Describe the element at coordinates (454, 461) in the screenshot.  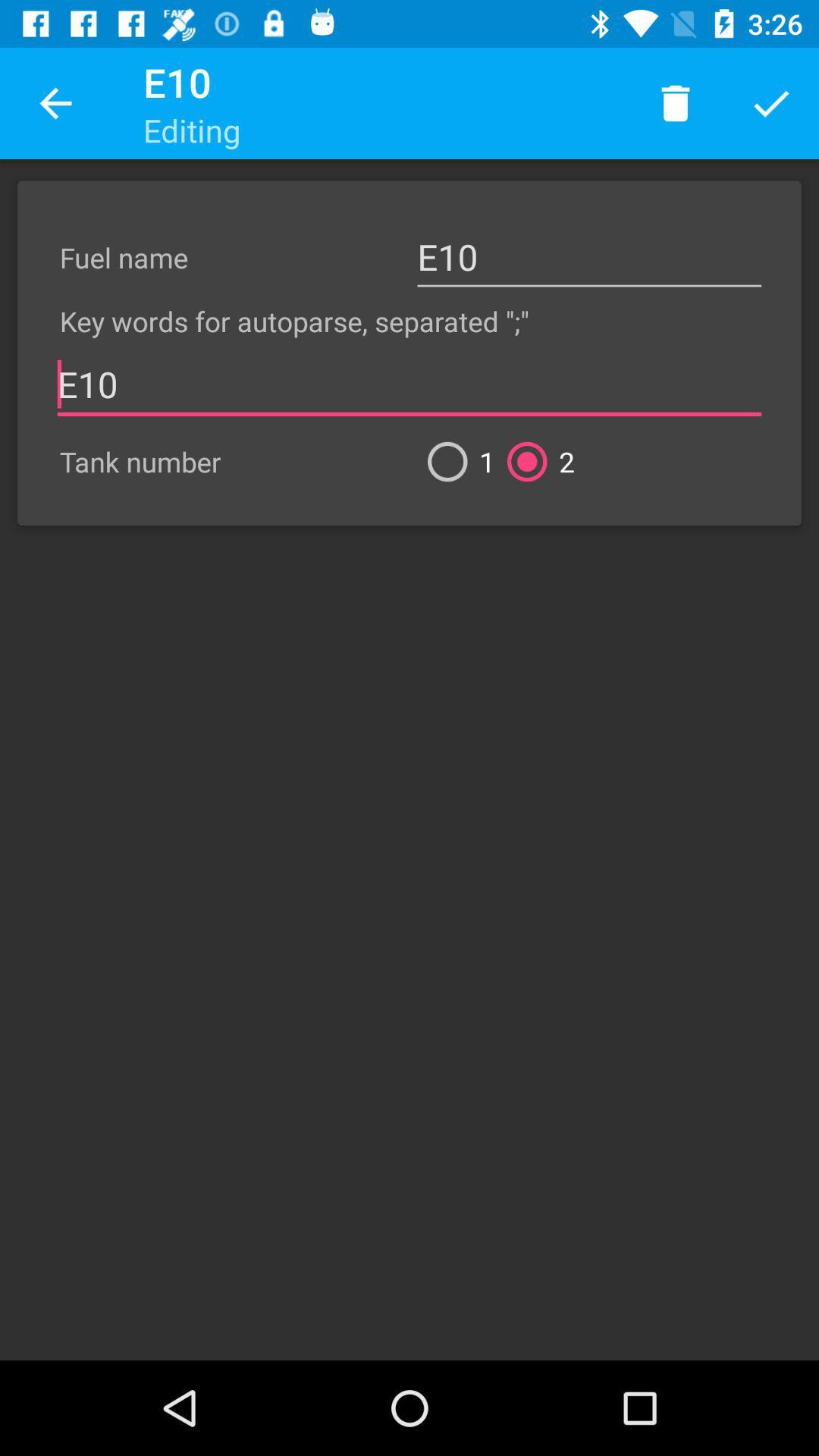
I see `item next to the tank number` at that location.